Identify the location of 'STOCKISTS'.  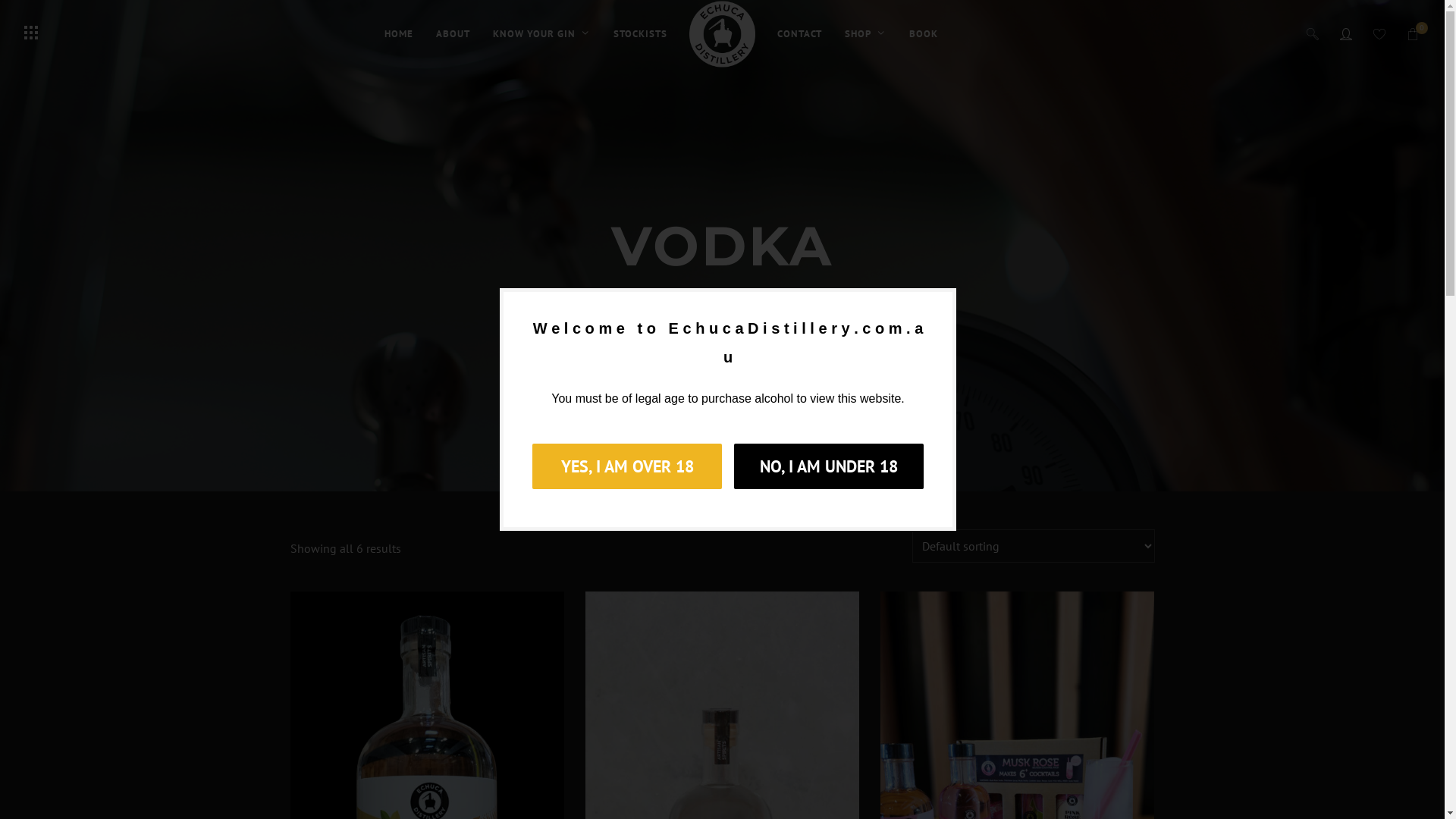
(640, 34).